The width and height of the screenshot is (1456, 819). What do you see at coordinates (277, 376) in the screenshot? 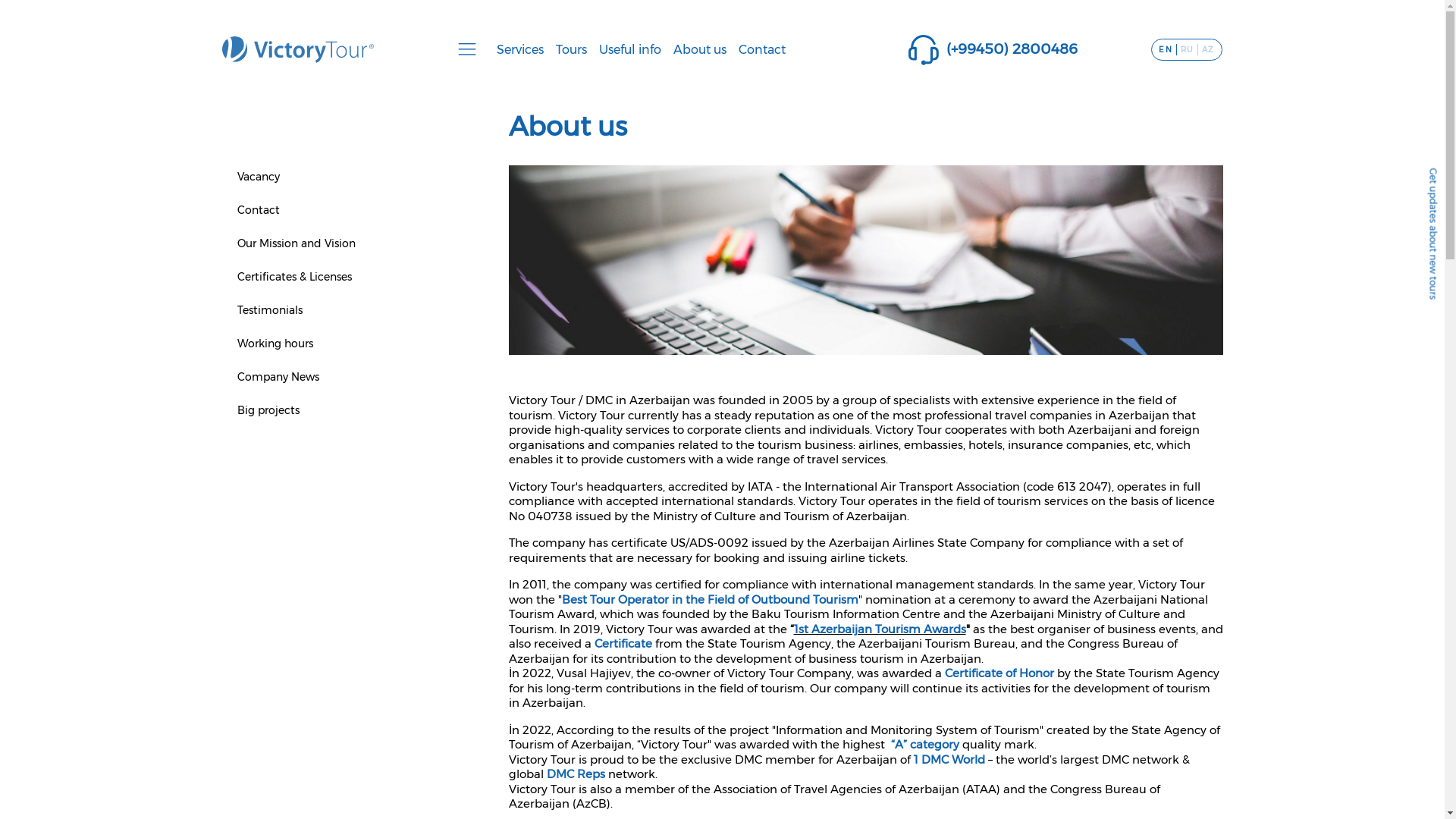
I see `'Company News'` at bounding box center [277, 376].